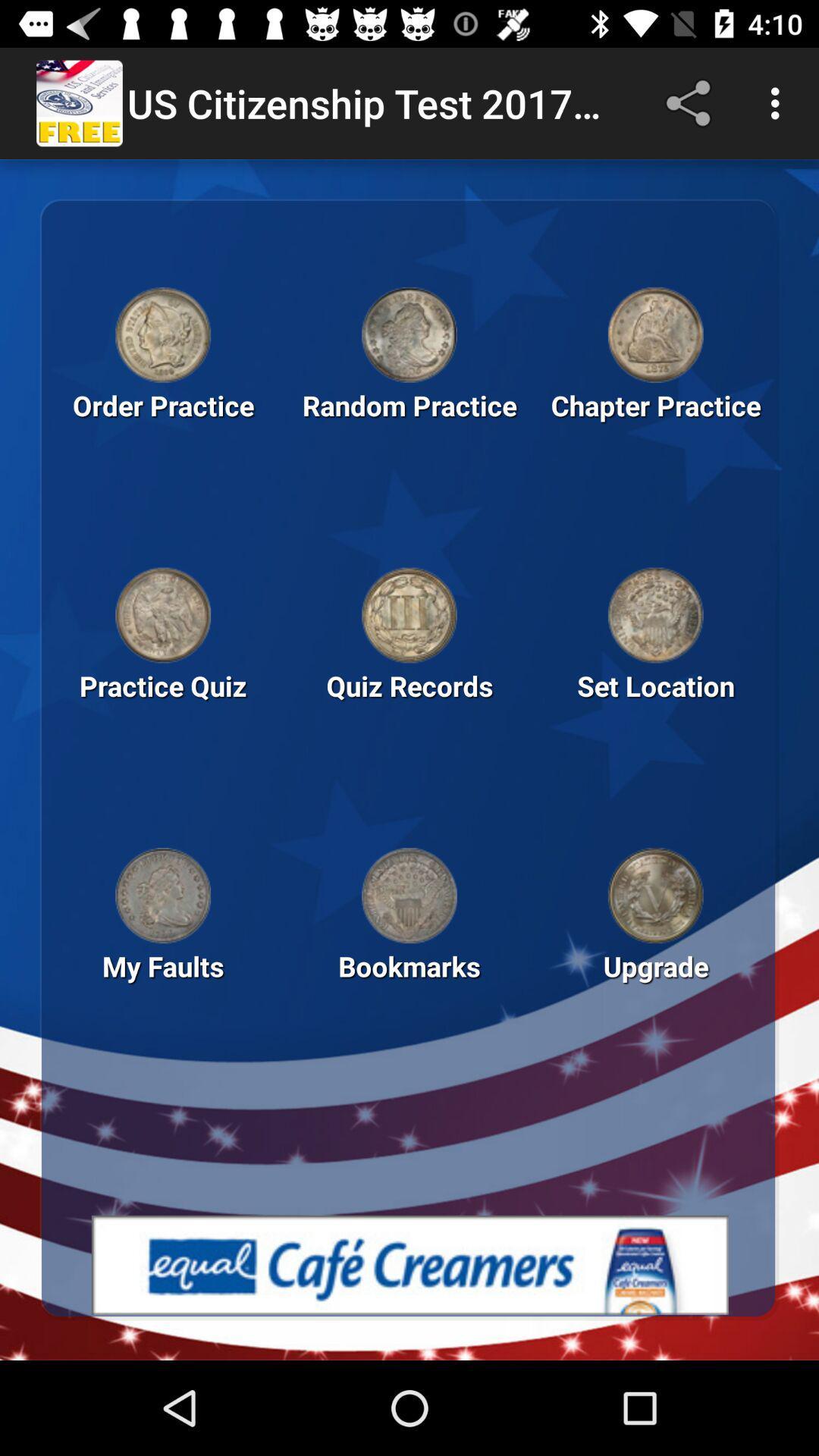 This screenshot has height=1456, width=819. I want to click on quiz records, so click(409, 615).